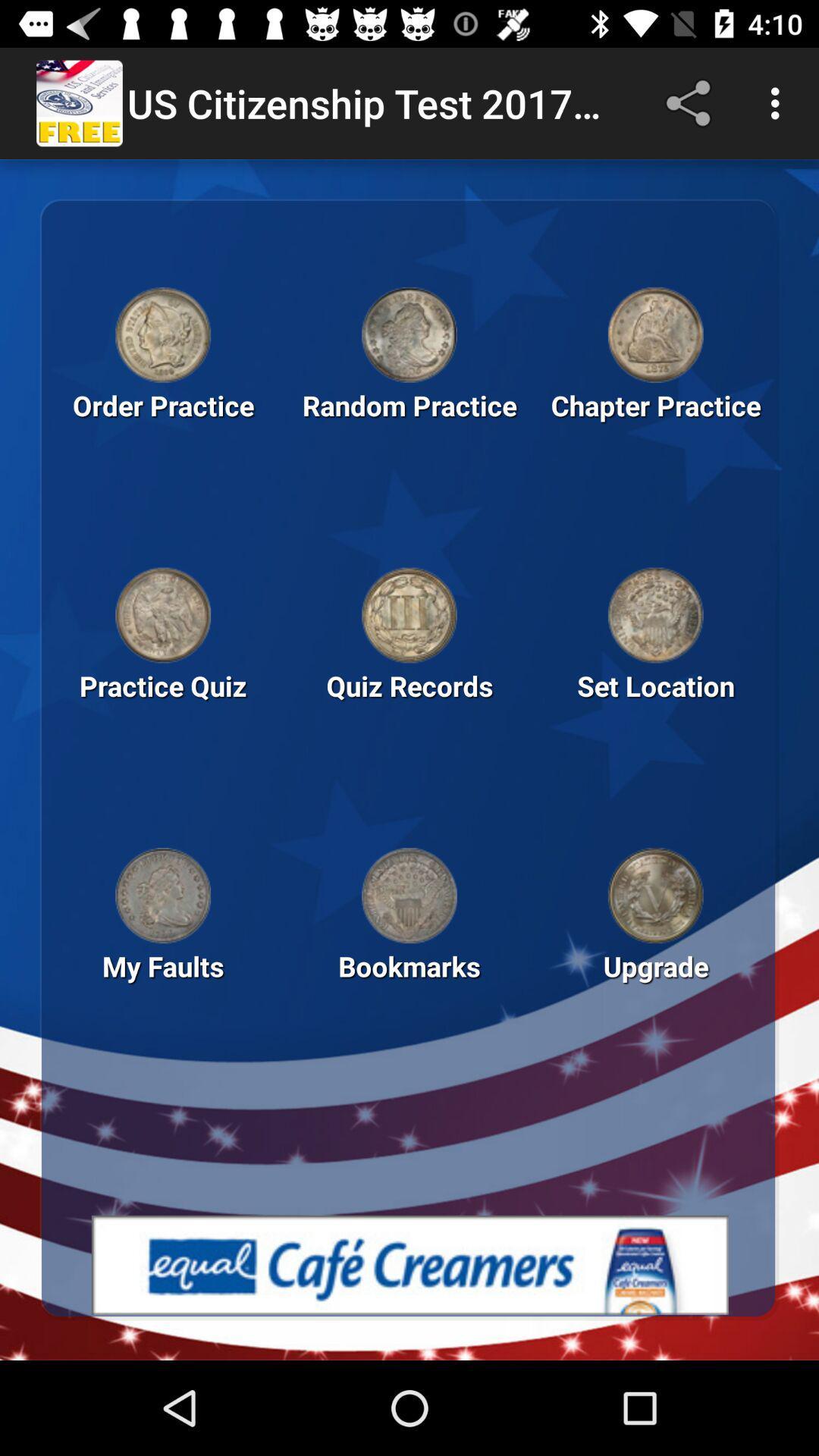 This screenshot has height=1456, width=819. I want to click on quiz records, so click(409, 615).